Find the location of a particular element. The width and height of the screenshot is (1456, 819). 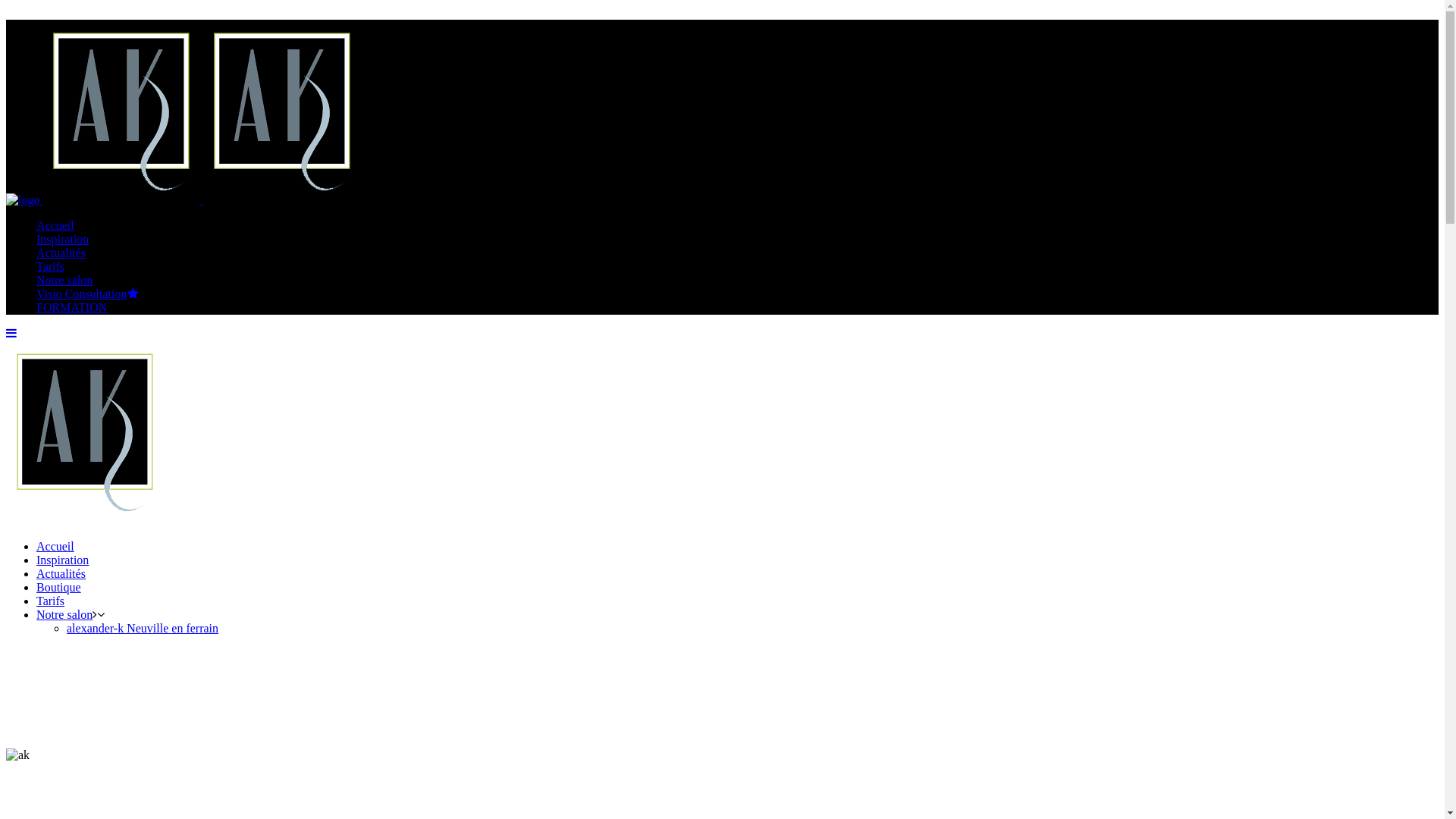

'Notre salon' is located at coordinates (64, 614).